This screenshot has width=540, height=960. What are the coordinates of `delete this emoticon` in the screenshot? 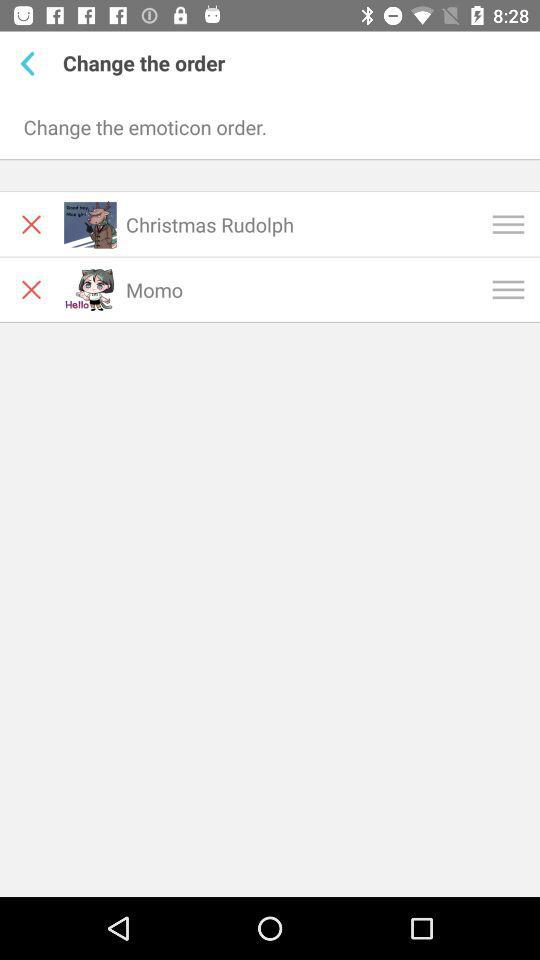 It's located at (30, 224).